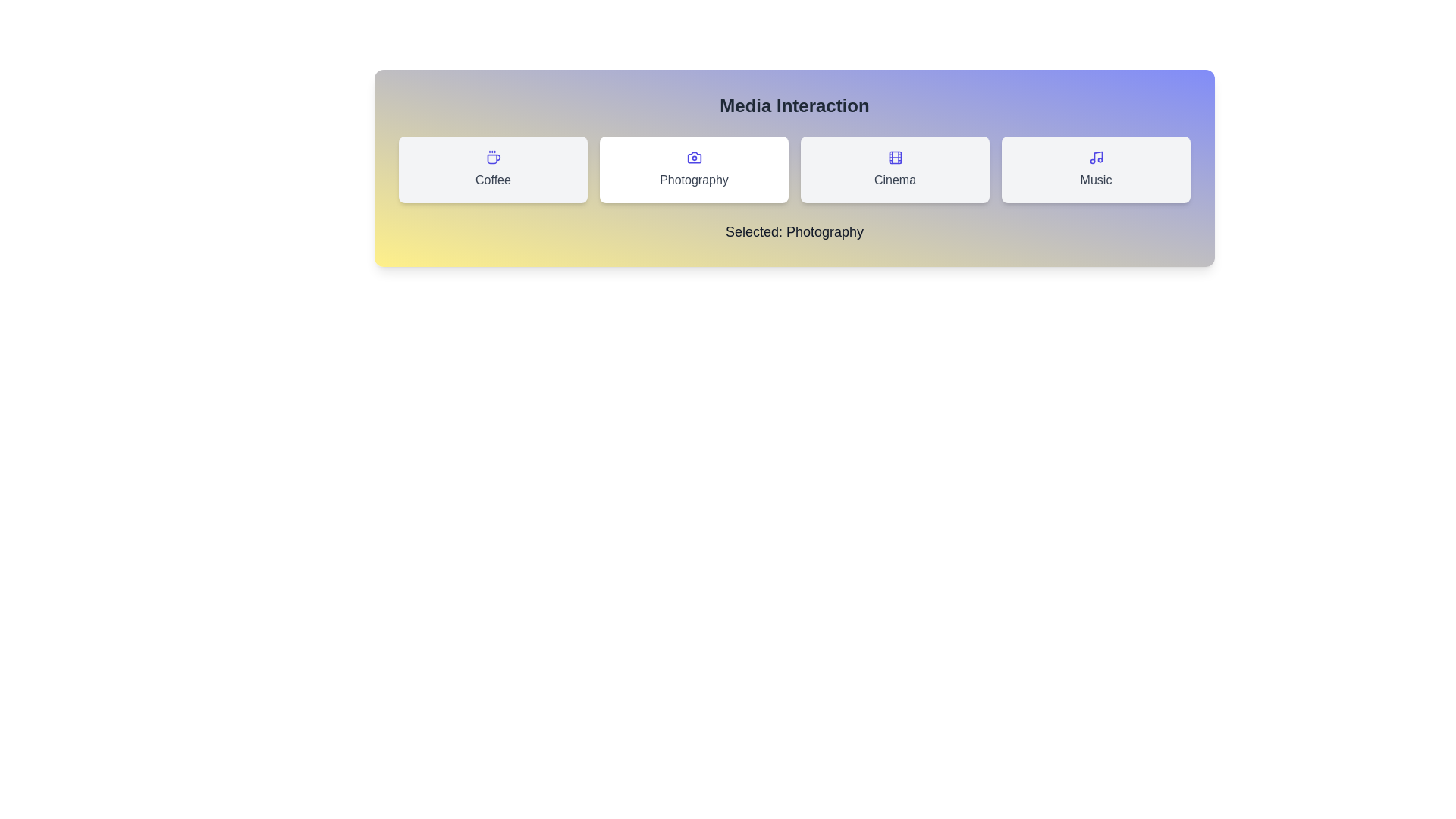  Describe the element at coordinates (693, 158) in the screenshot. I see `the indigo camera icon located above the 'Photography' text` at that location.